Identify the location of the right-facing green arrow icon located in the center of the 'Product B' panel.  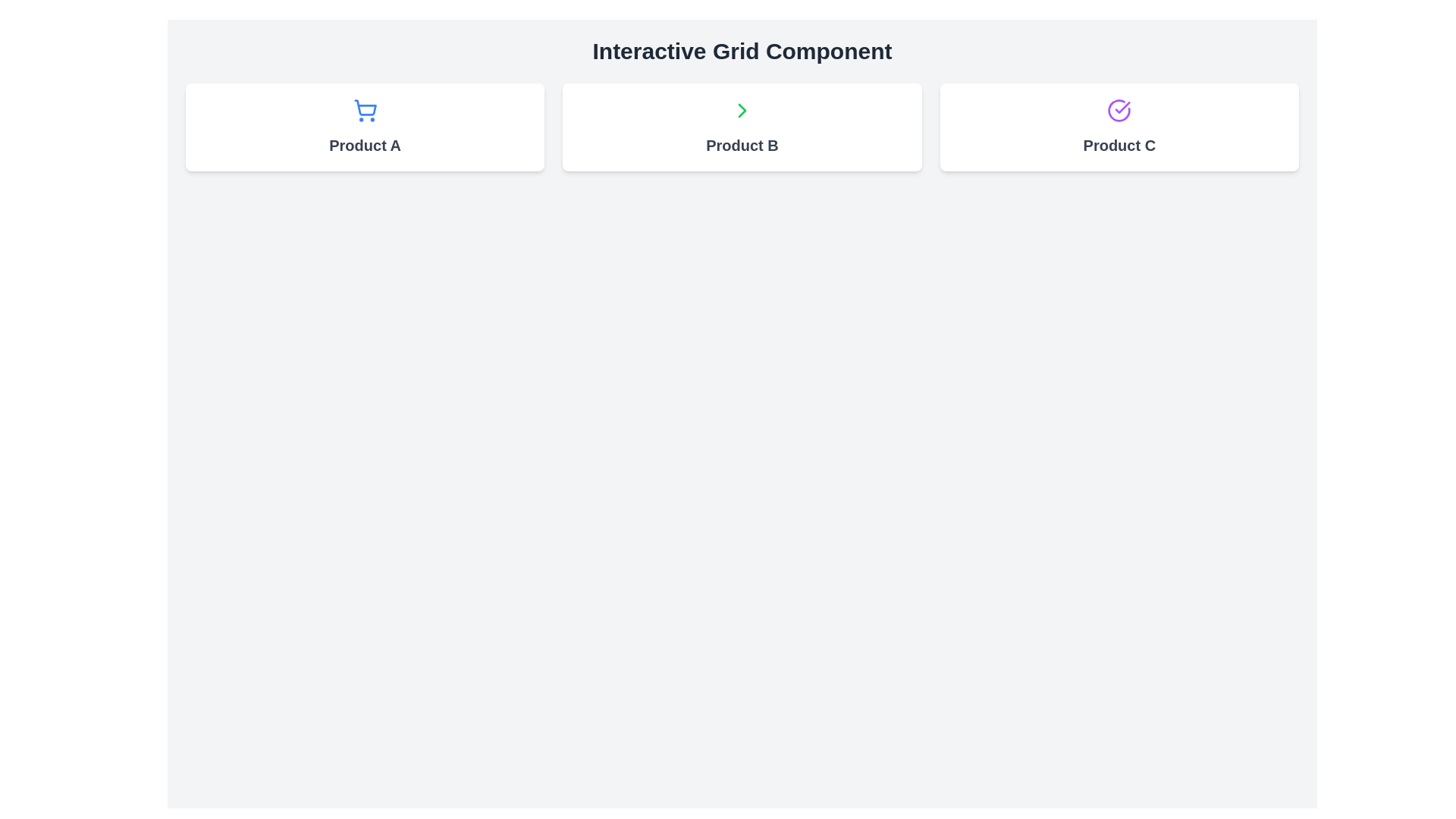
(742, 110).